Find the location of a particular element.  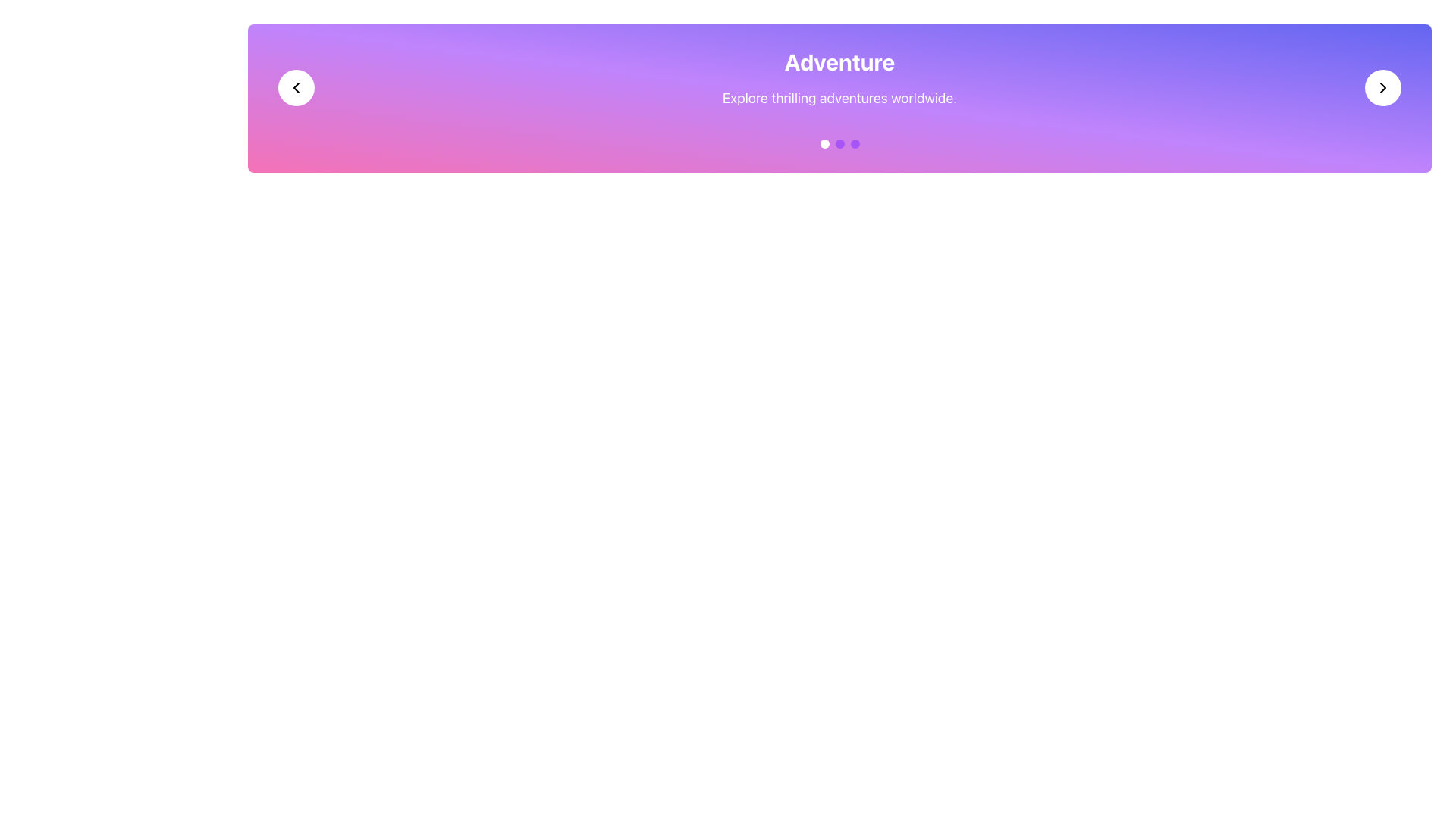

the text block containing the phrase 'Explore thrilling adventures worldwide.', which is styled with a large white font and located below the 'Adventure' heading is located at coordinates (839, 99).